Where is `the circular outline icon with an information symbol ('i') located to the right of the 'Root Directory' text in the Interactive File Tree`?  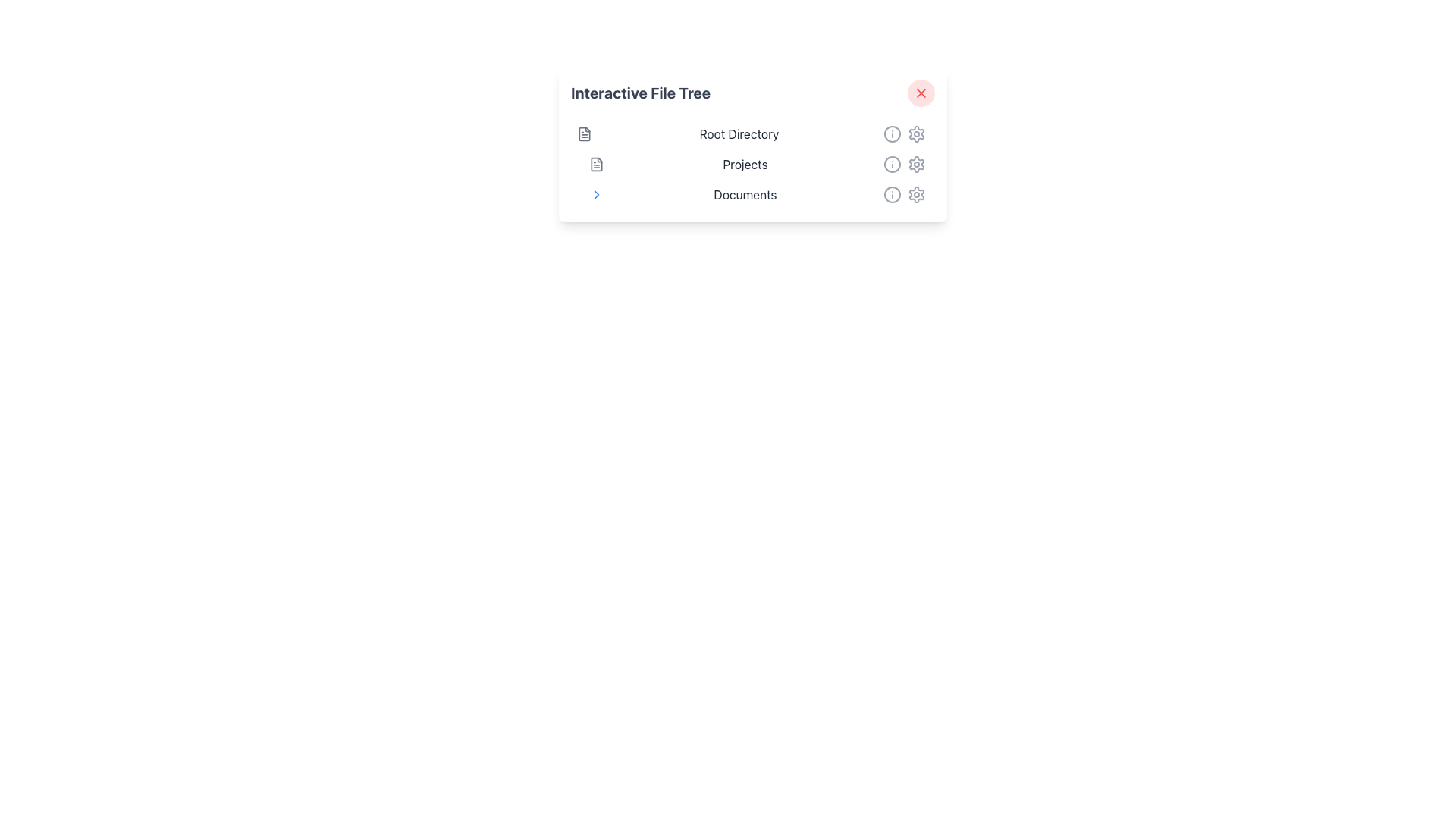 the circular outline icon with an information symbol ('i') located to the right of the 'Root Directory' text in the Interactive File Tree is located at coordinates (892, 133).